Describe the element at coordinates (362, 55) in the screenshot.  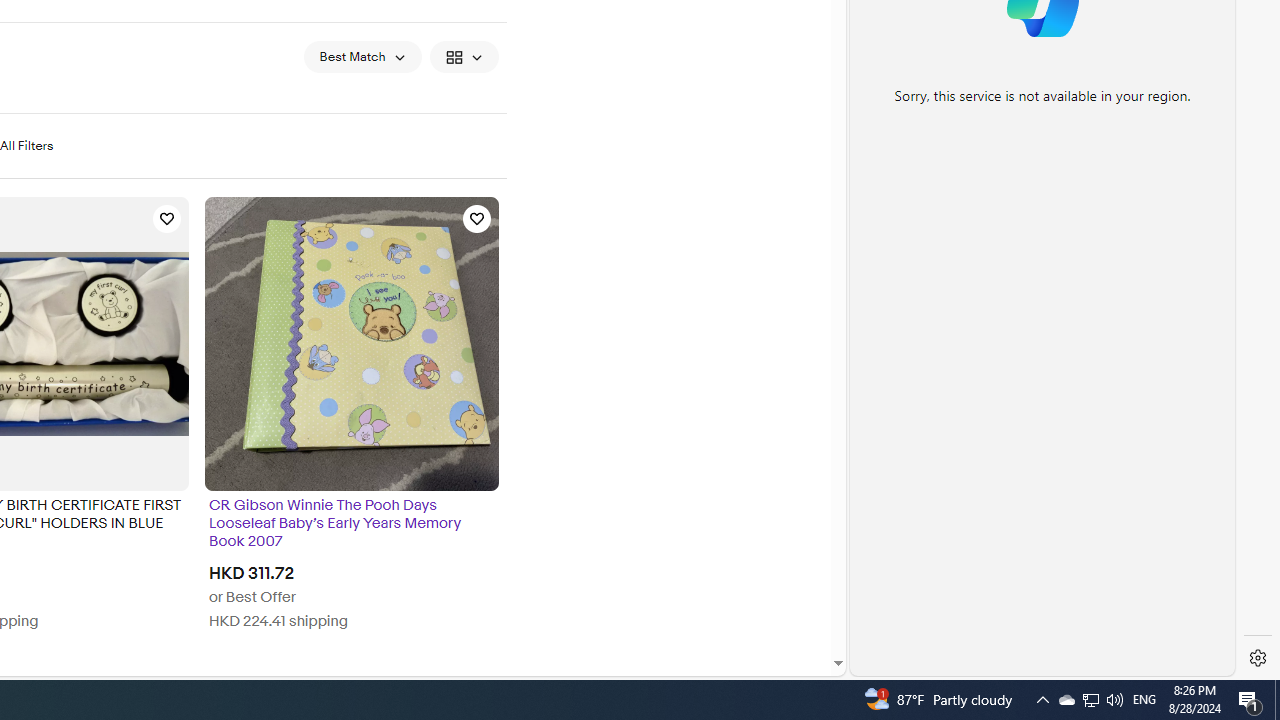
I see `'Sort: Best Match'` at that location.